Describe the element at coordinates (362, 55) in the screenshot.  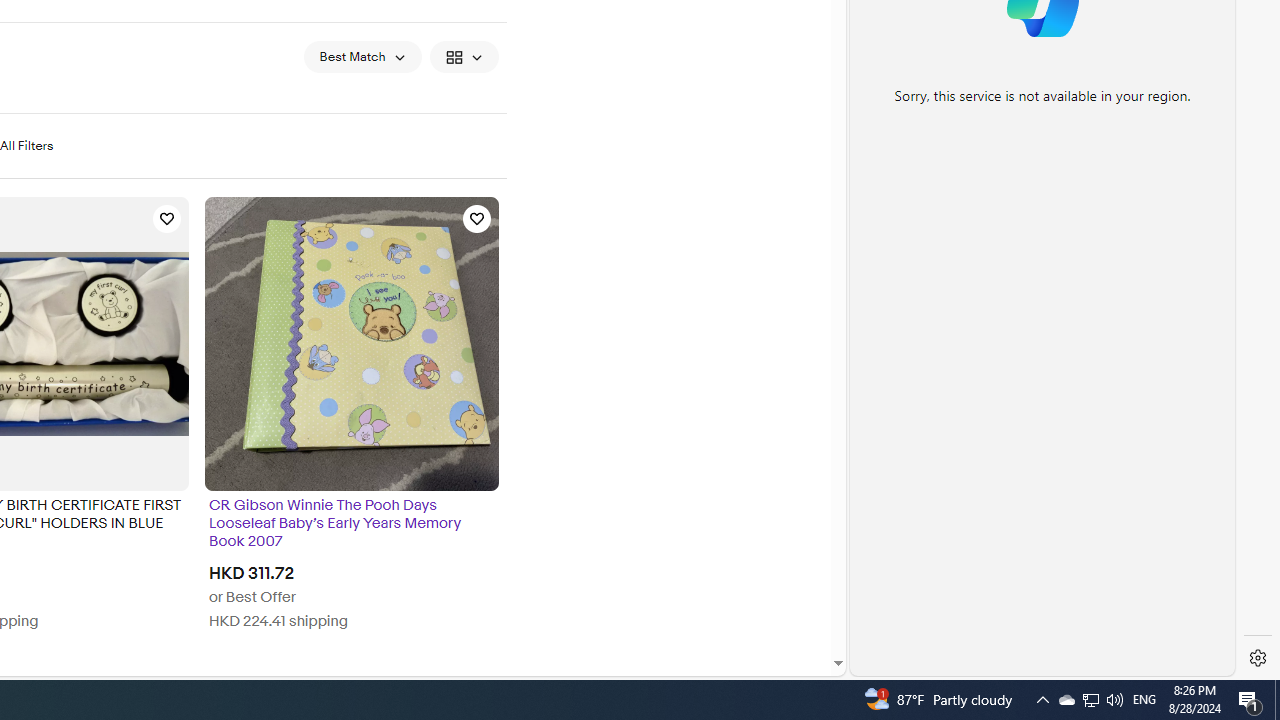
I see `'Sort: Best Match'` at that location.